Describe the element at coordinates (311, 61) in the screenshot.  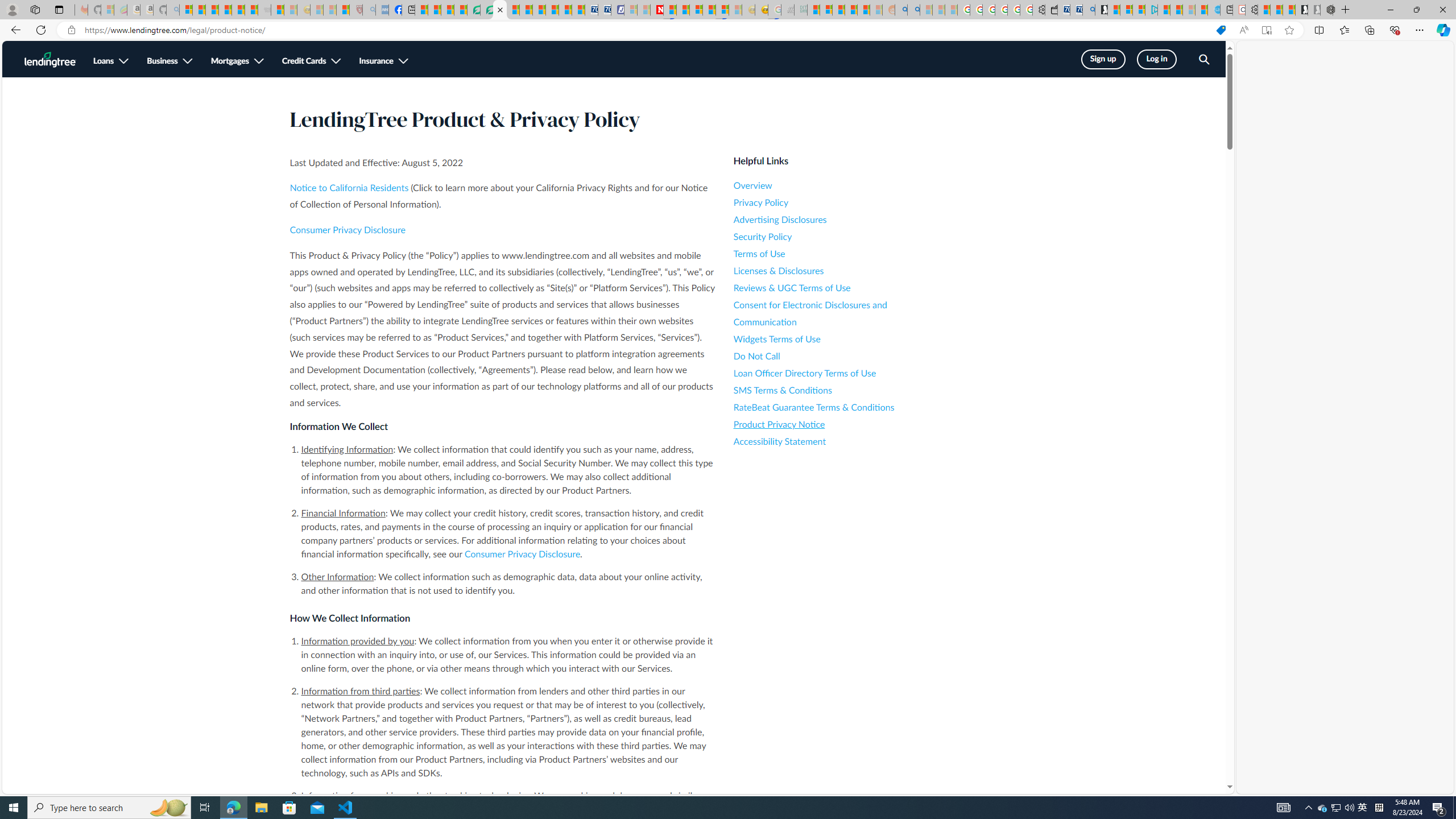
I see `'Credit Cards, see more'` at that location.